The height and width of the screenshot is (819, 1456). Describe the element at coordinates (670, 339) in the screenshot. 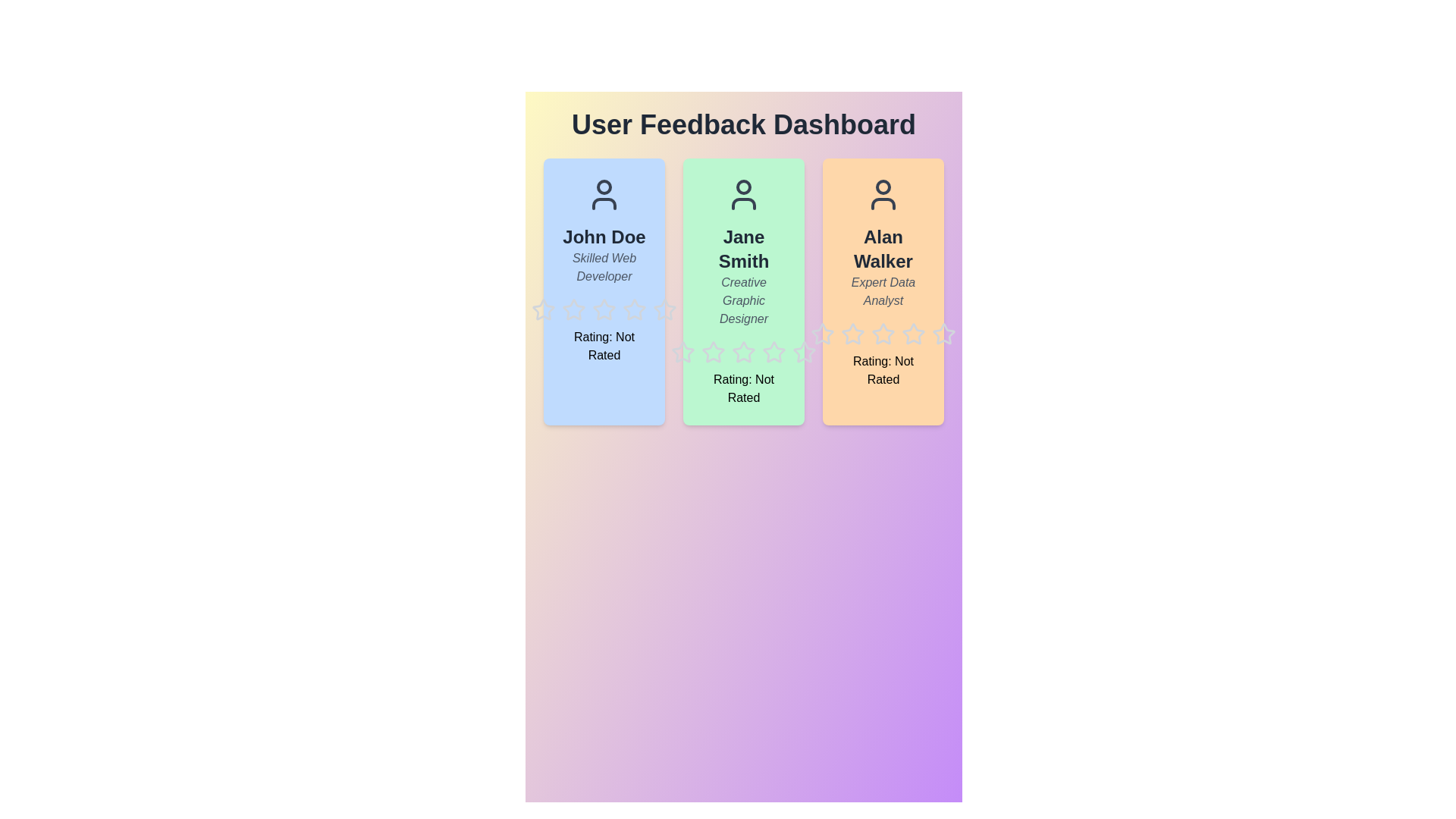

I see `the star icon corresponding to 1 for user Jane Smith` at that location.